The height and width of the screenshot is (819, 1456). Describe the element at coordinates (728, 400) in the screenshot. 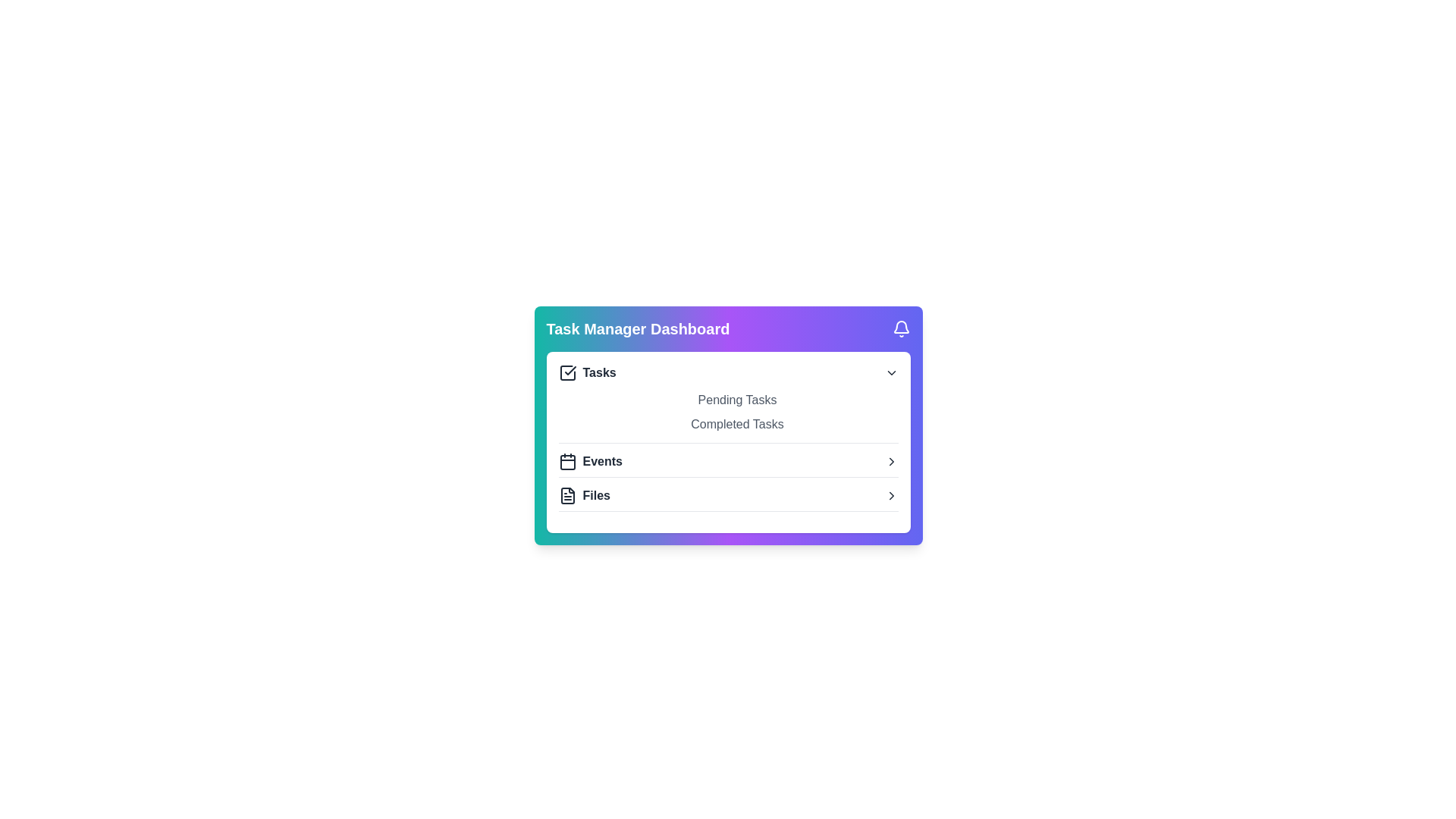

I see `the 'Pending Tasks' navigation option in the Task Manager Dashboard` at that location.